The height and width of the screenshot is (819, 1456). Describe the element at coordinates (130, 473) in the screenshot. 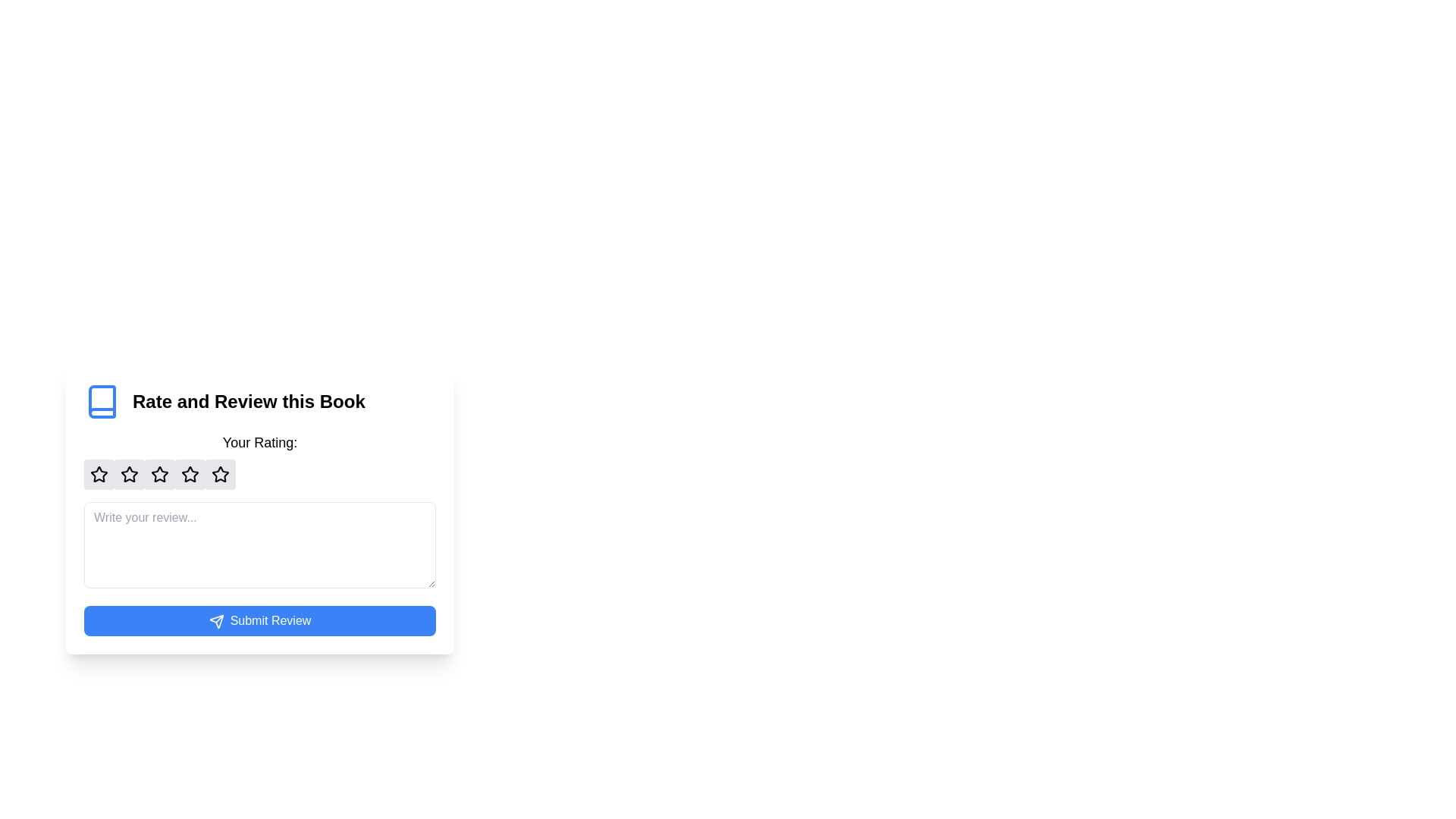

I see `the second button in the row of star buttons` at that location.